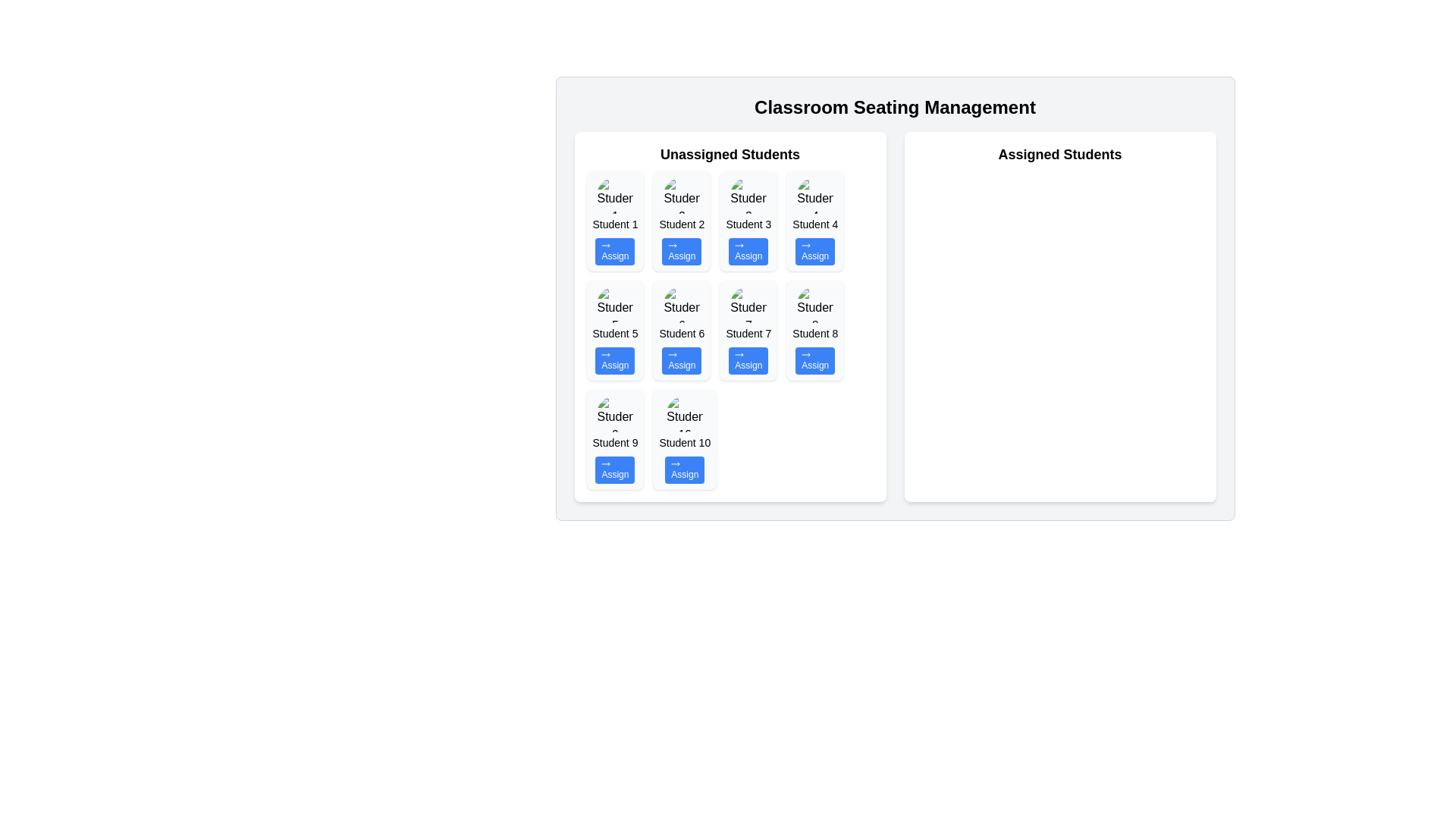 The image size is (1456, 819). Describe the element at coordinates (615, 250) in the screenshot. I see `the blue 'Assign' button with rounded corners located below 'Student 1' in the 'Unassigned Students' grid for keyboard navigation` at that location.